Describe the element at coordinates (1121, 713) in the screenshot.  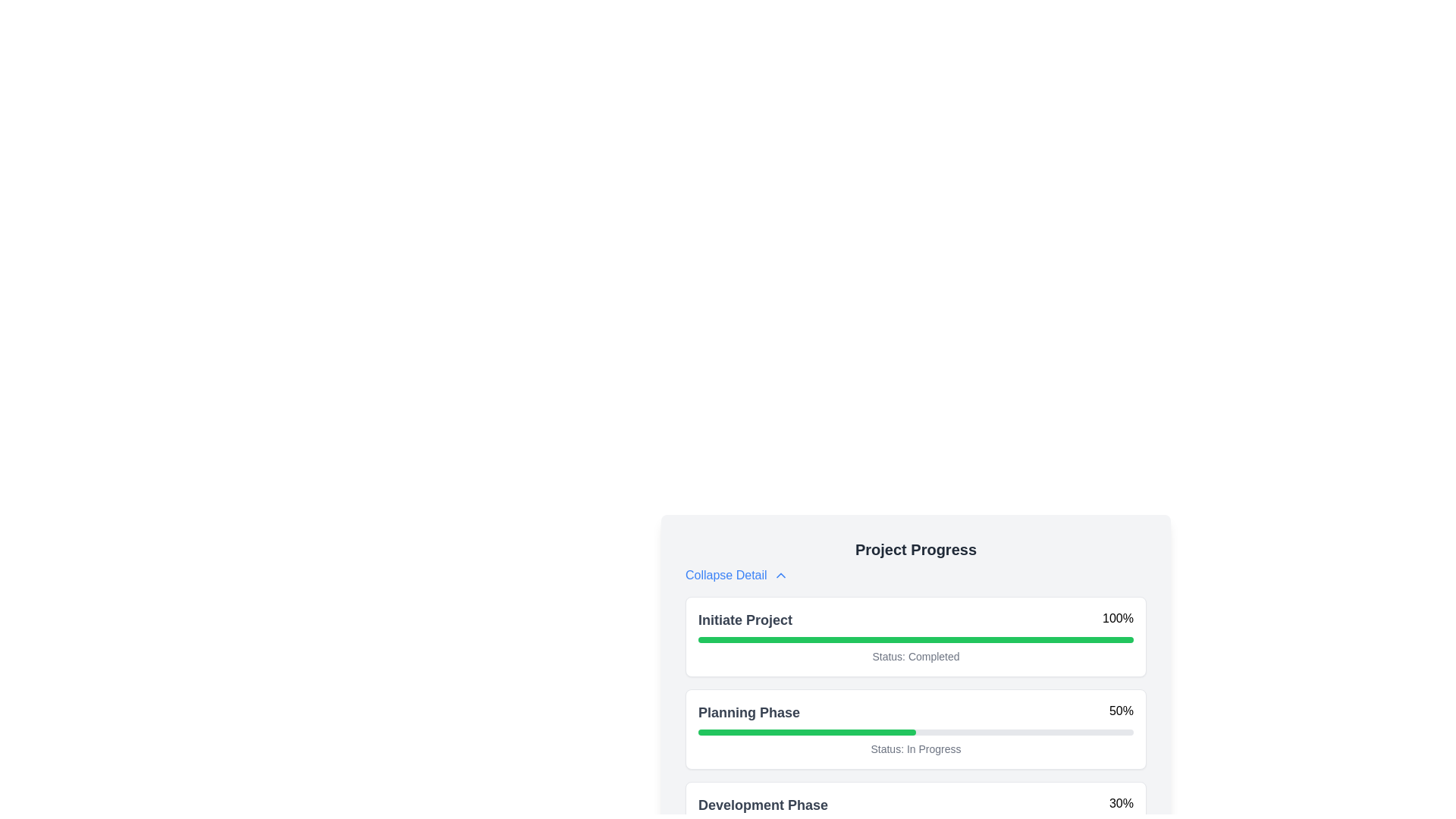
I see `the percentage text display '50%' which is styled with medium font size and is positioned to the right of the 'Planning Phase' text in the progress section` at that location.